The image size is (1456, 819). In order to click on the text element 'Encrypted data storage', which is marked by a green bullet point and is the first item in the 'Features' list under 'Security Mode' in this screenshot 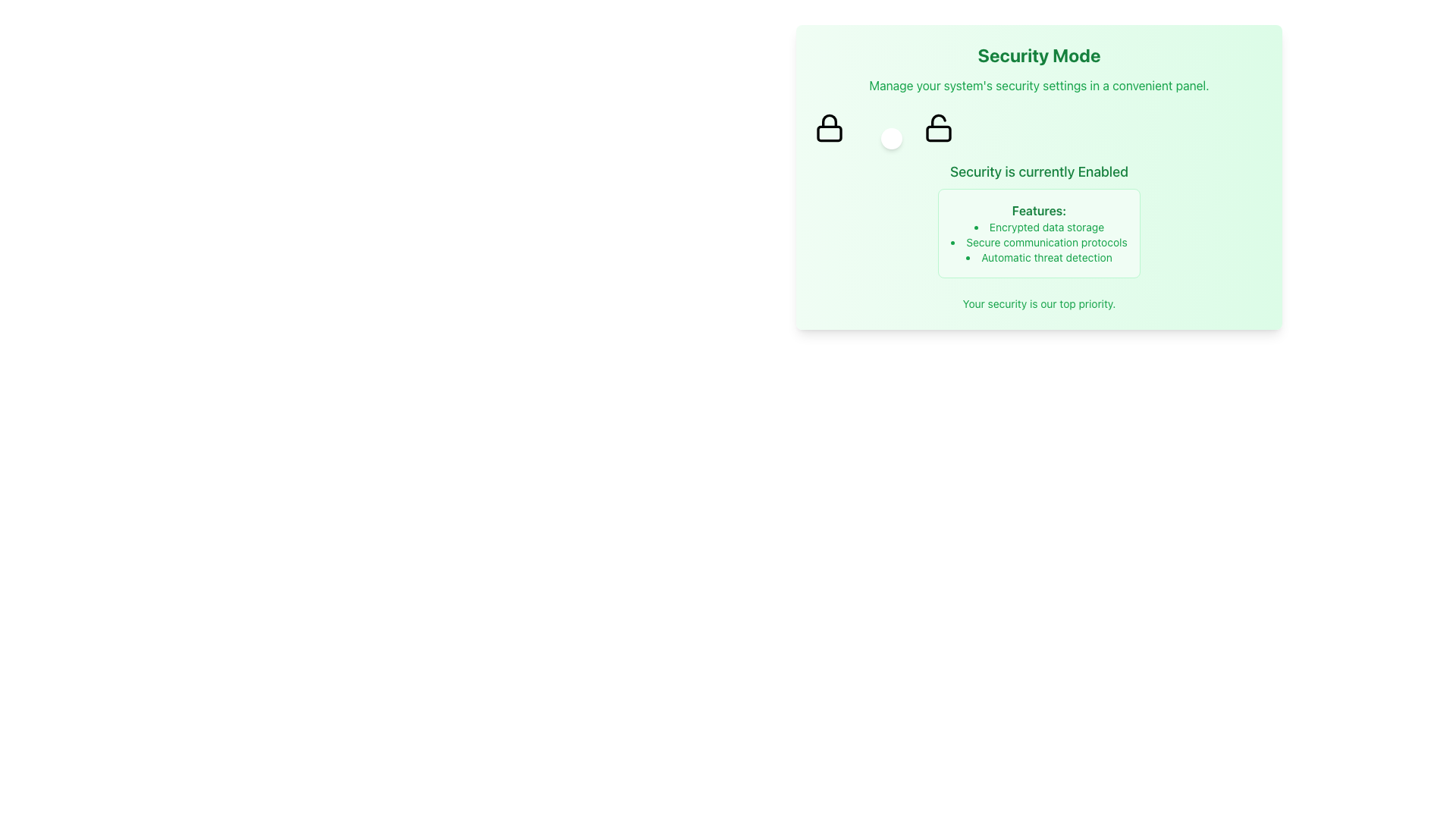, I will do `click(1038, 227)`.